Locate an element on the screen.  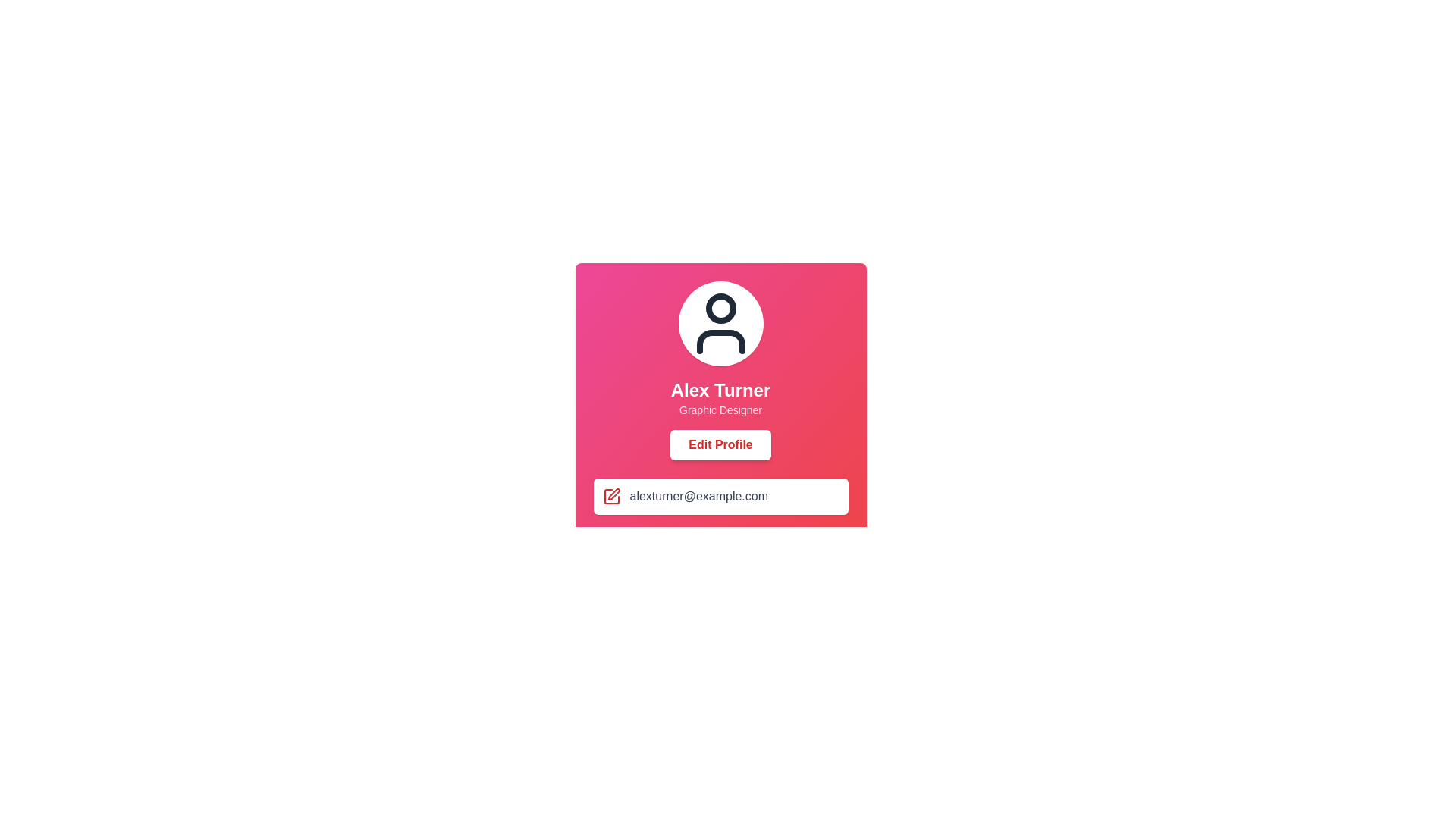
the red square-shaped icon with a pen graphic located to the left of the email address field in the profile card is located at coordinates (611, 497).